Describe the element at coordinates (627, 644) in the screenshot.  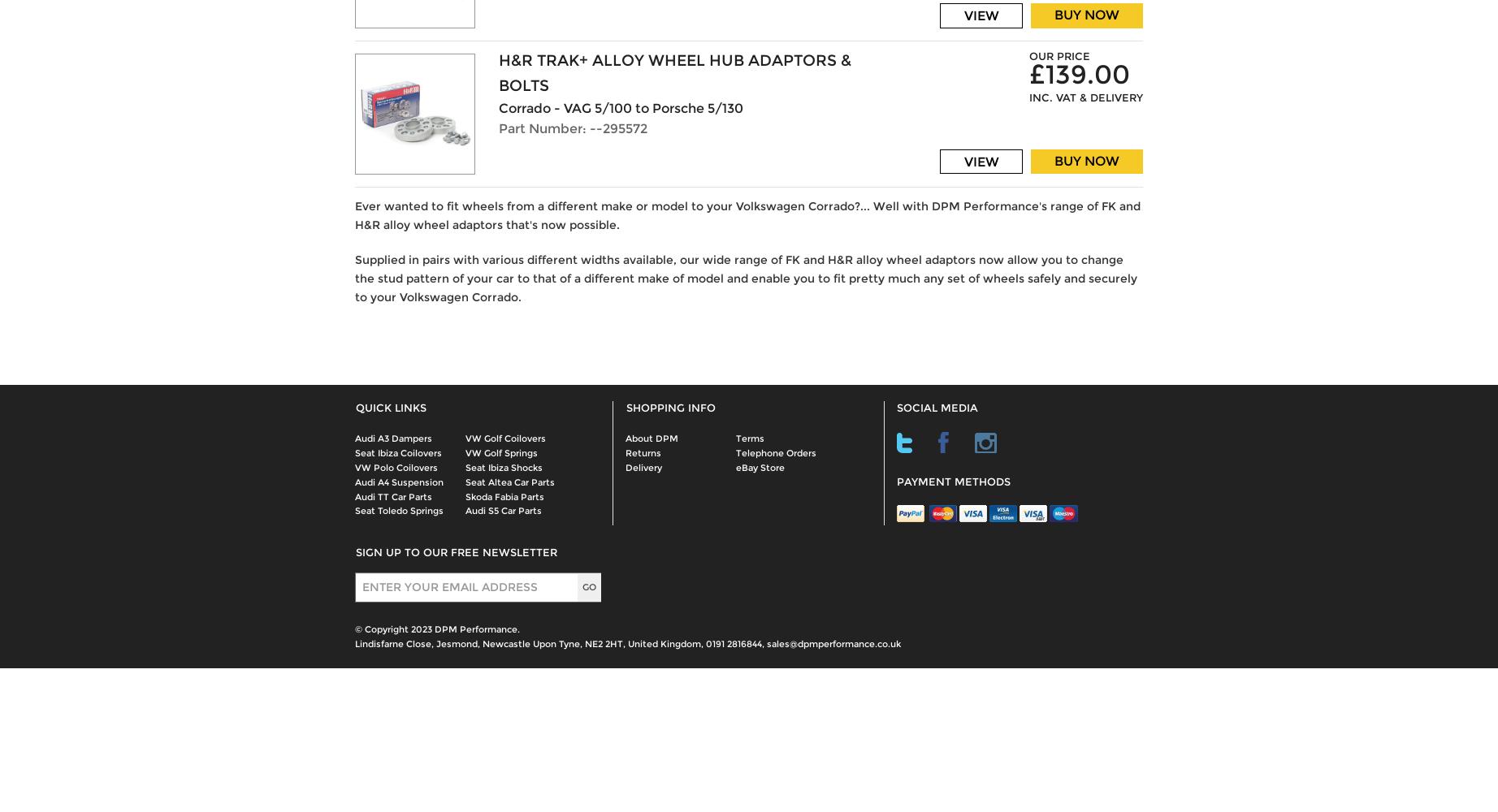
I see `'Lindisfarne Close, Jesmond, Newcastle Upon Tyne, NE2 2HT, United Kingdom, 0191 2816844, sales@dpmperformance.co.uk'` at that location.